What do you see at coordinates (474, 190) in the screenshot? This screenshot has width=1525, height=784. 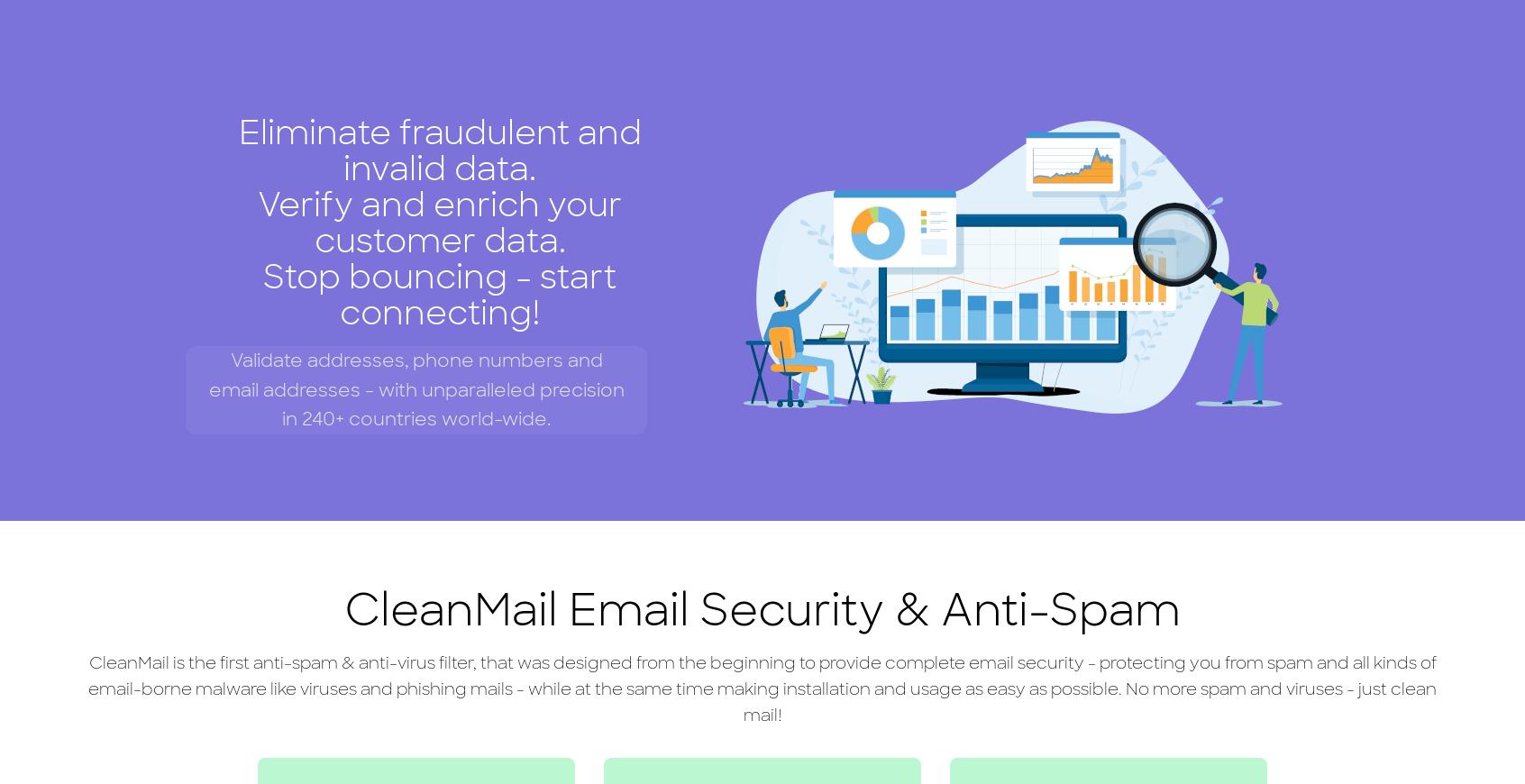 I see `'POP3-to-SMTP Connector'` at bounding box center [474, 190].